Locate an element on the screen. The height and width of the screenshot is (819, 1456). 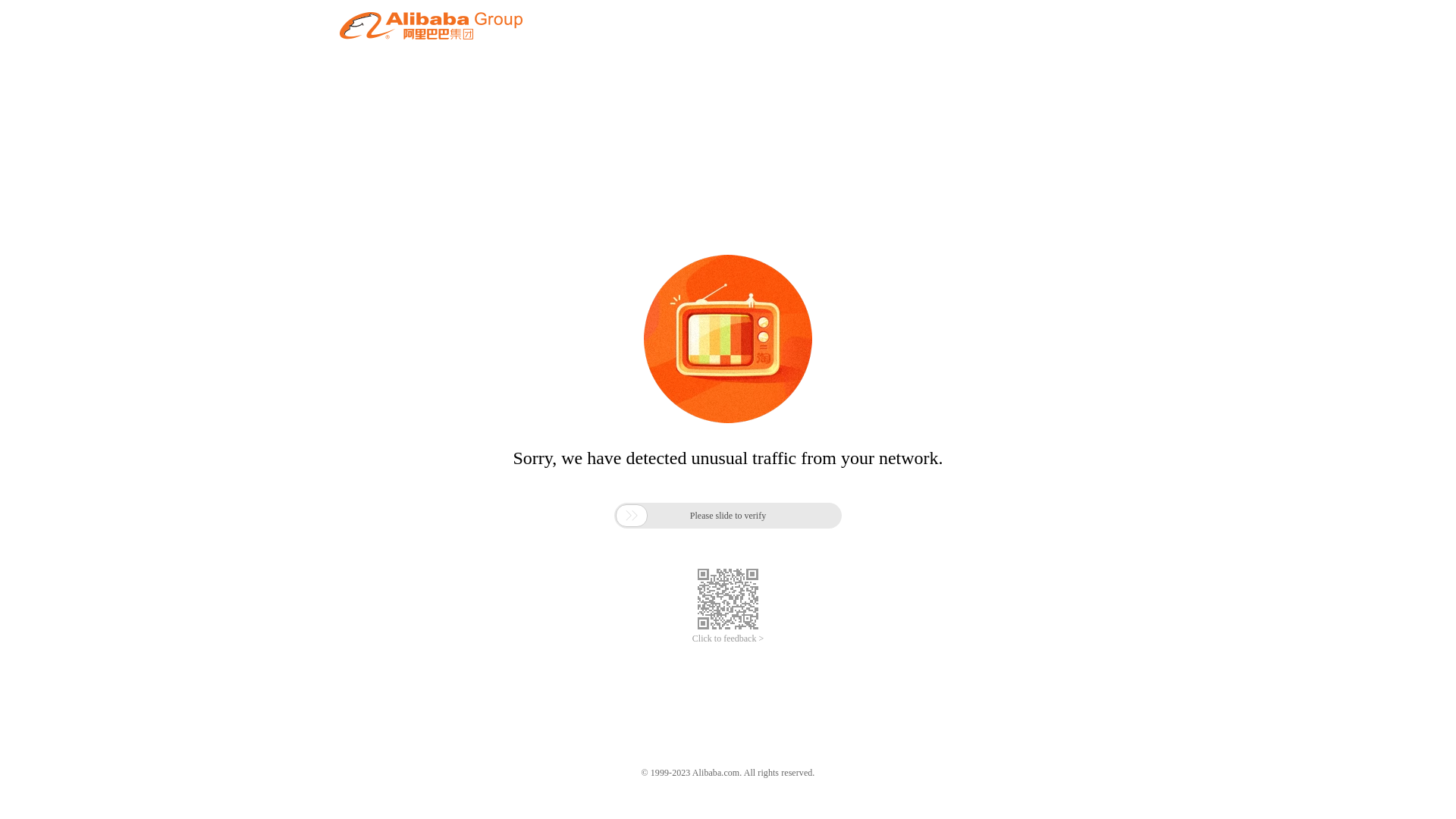
'Click to feedback >' is located at coordinates (728, 639).